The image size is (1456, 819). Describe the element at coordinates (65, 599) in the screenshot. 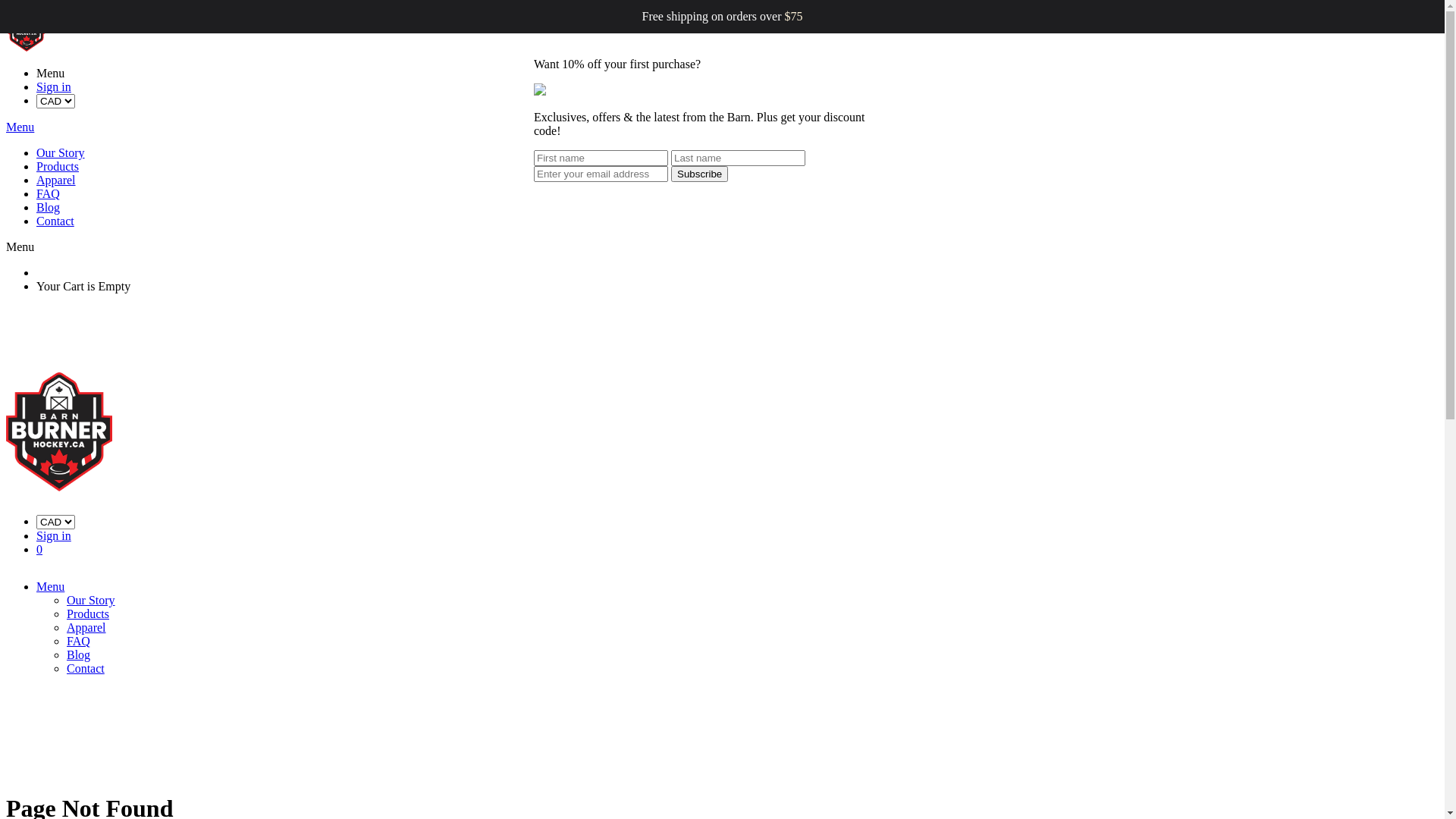

I see `'Our Story'` at that location.